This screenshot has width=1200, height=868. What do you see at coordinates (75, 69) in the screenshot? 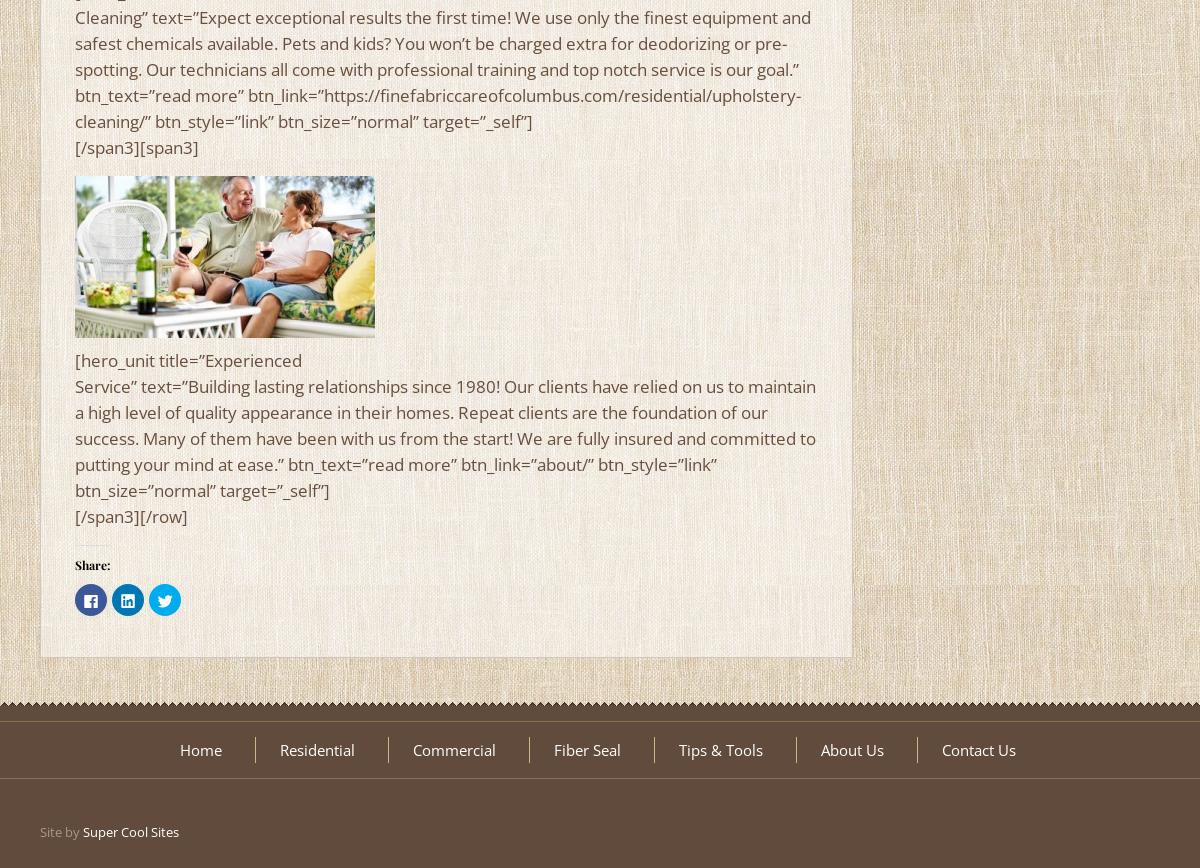
I see `'Cleaning” text=”Expect exceptional results the first time! We use only the finest equipment and safest chemicals available. Pets and kids? You won’t be charged extra for deodorizing or pre-spotting. Our technicians all come with professional training and top notch service is our goal.” btn_text=”read more” btn_link=”https://finefabriccareofcolumbus.com/residential/upholstery-cleaning/” btn_style=”link” btn_size=”normal” target=”_self”]'` at bounding box center [75, 69].